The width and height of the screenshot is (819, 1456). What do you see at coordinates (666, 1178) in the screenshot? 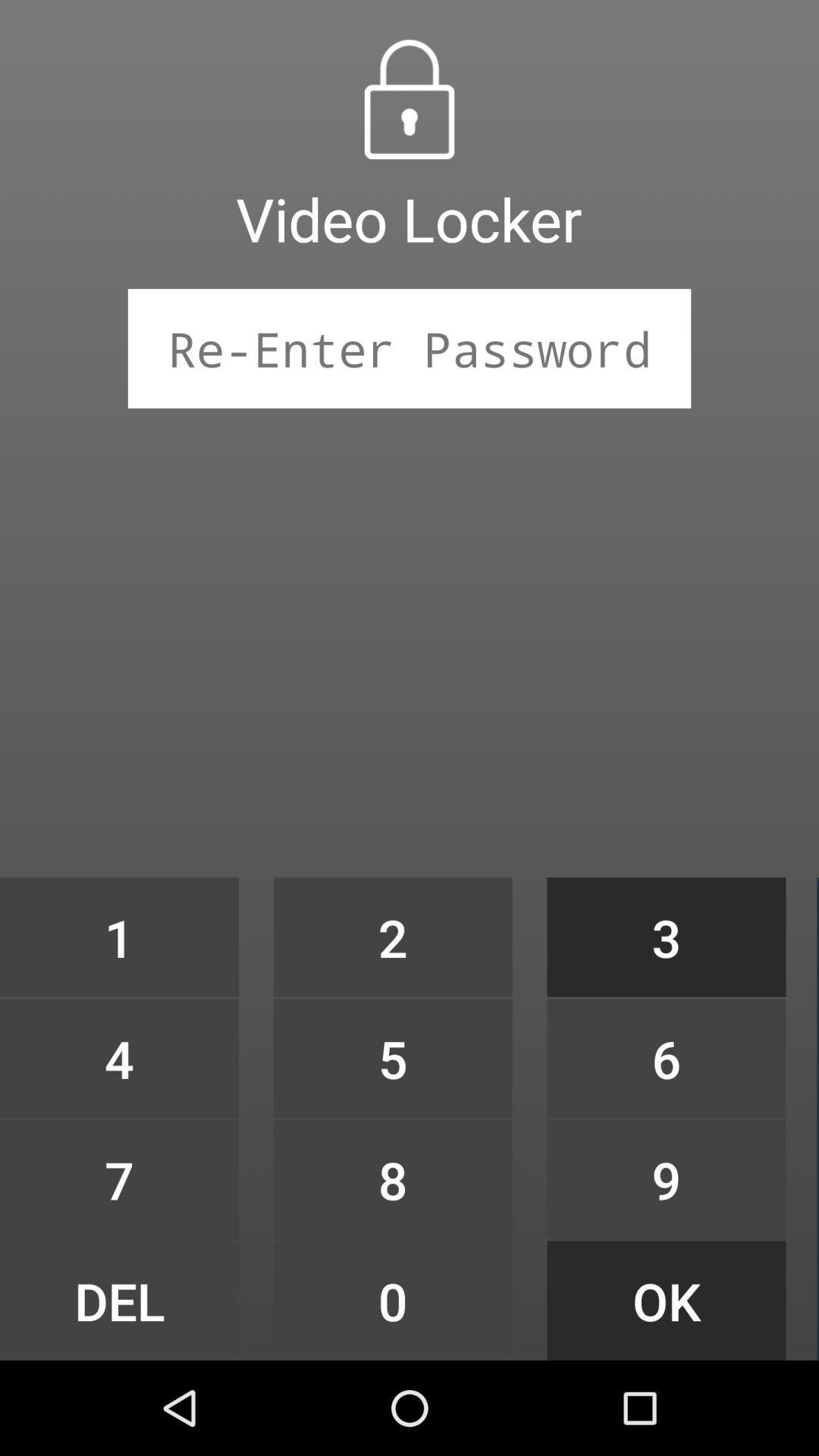
I see `icon next to 5 icon` at bounding box center [666, 1178].